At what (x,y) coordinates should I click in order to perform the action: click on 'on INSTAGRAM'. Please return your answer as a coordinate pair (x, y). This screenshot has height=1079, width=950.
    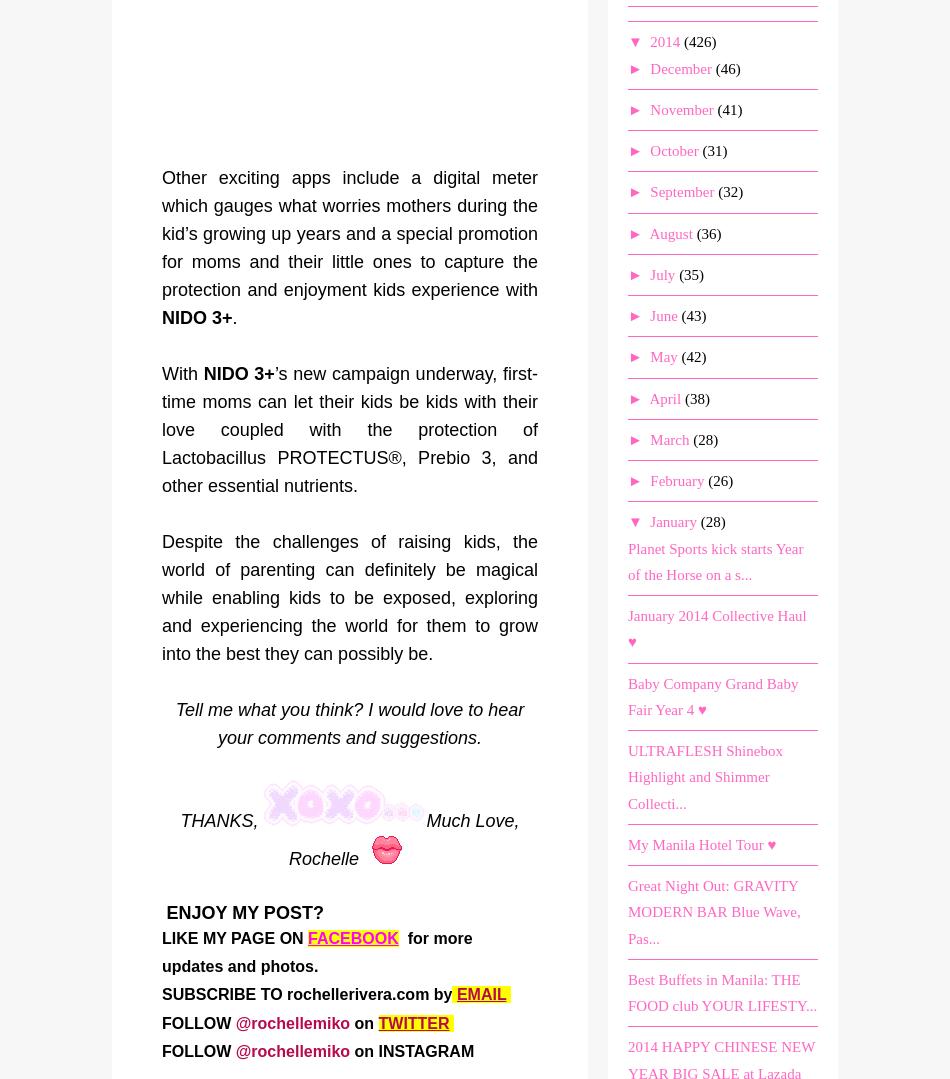
    Looking at the image, I should click on (415, 1050).